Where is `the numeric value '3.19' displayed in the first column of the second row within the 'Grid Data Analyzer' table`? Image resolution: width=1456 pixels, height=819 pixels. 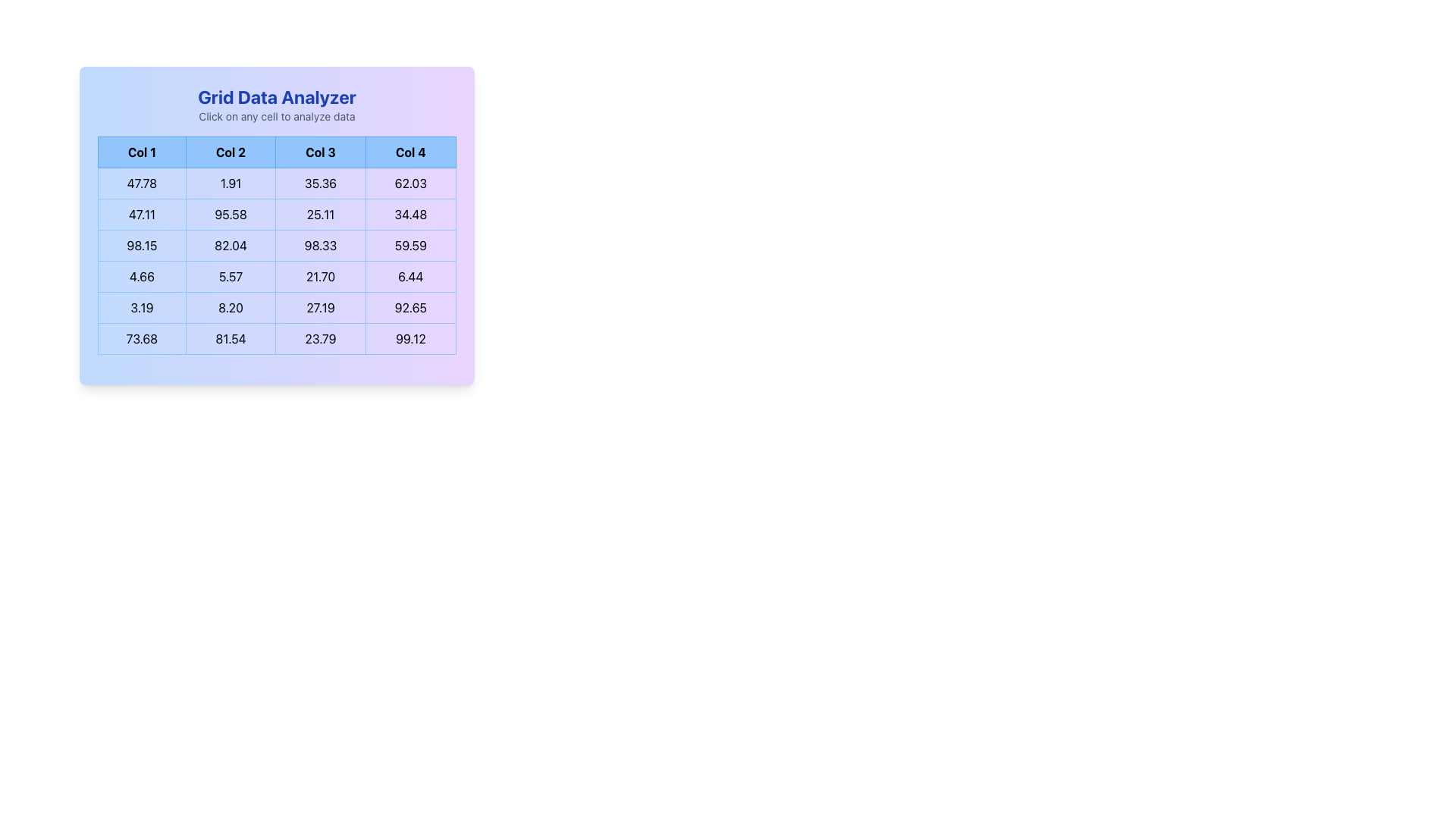 the numeric value '3.19' displayed in the first column of the second row within the 'Grid Data Analyzer' table is located at coordinates (142, 307).